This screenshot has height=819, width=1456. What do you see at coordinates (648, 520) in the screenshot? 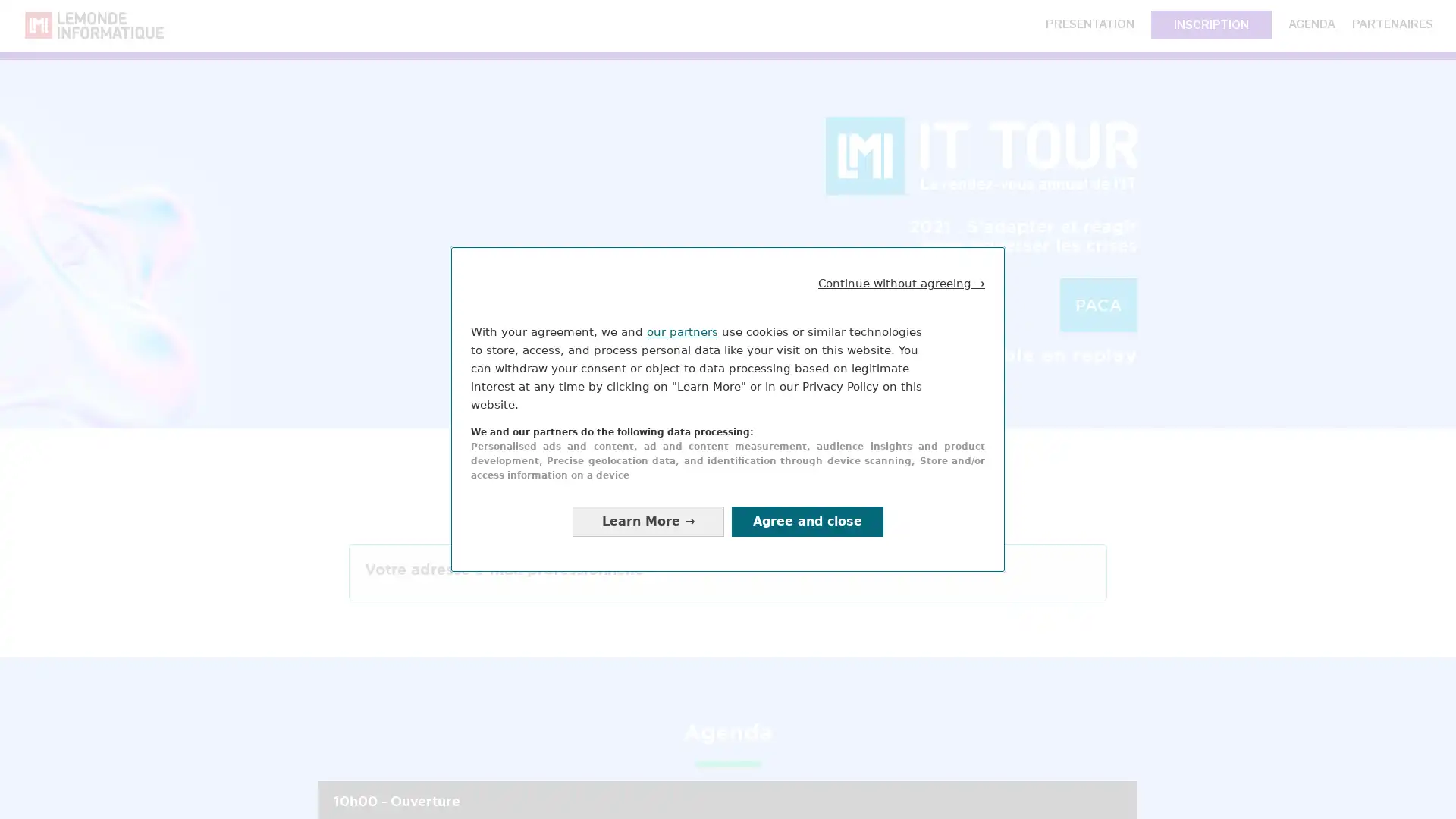
I see `Configure your consents` at bounding box center [648, 520].